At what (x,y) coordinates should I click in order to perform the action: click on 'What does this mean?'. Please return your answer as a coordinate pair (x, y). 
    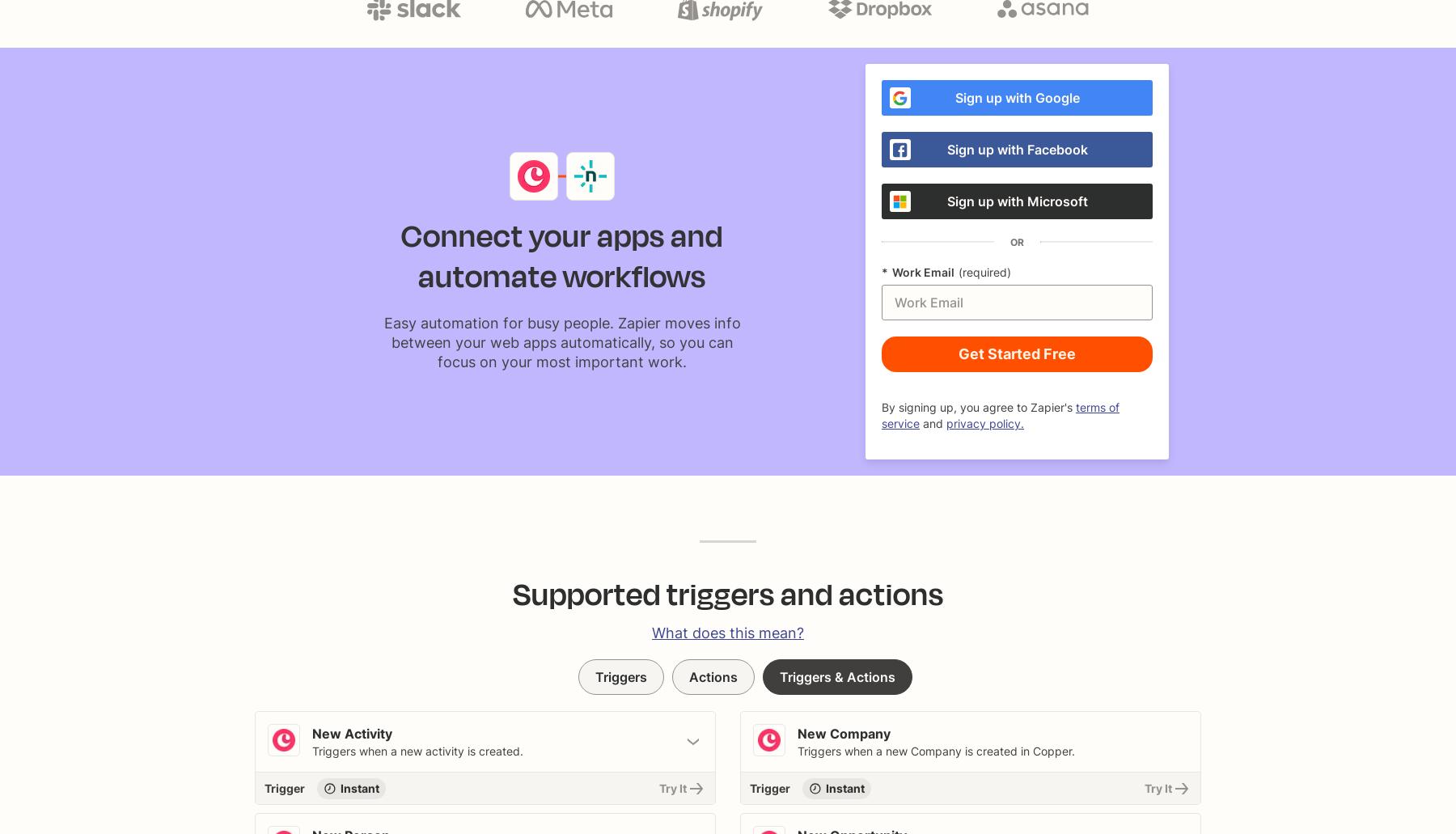
    Looking at the image, I should click on (728, 632).